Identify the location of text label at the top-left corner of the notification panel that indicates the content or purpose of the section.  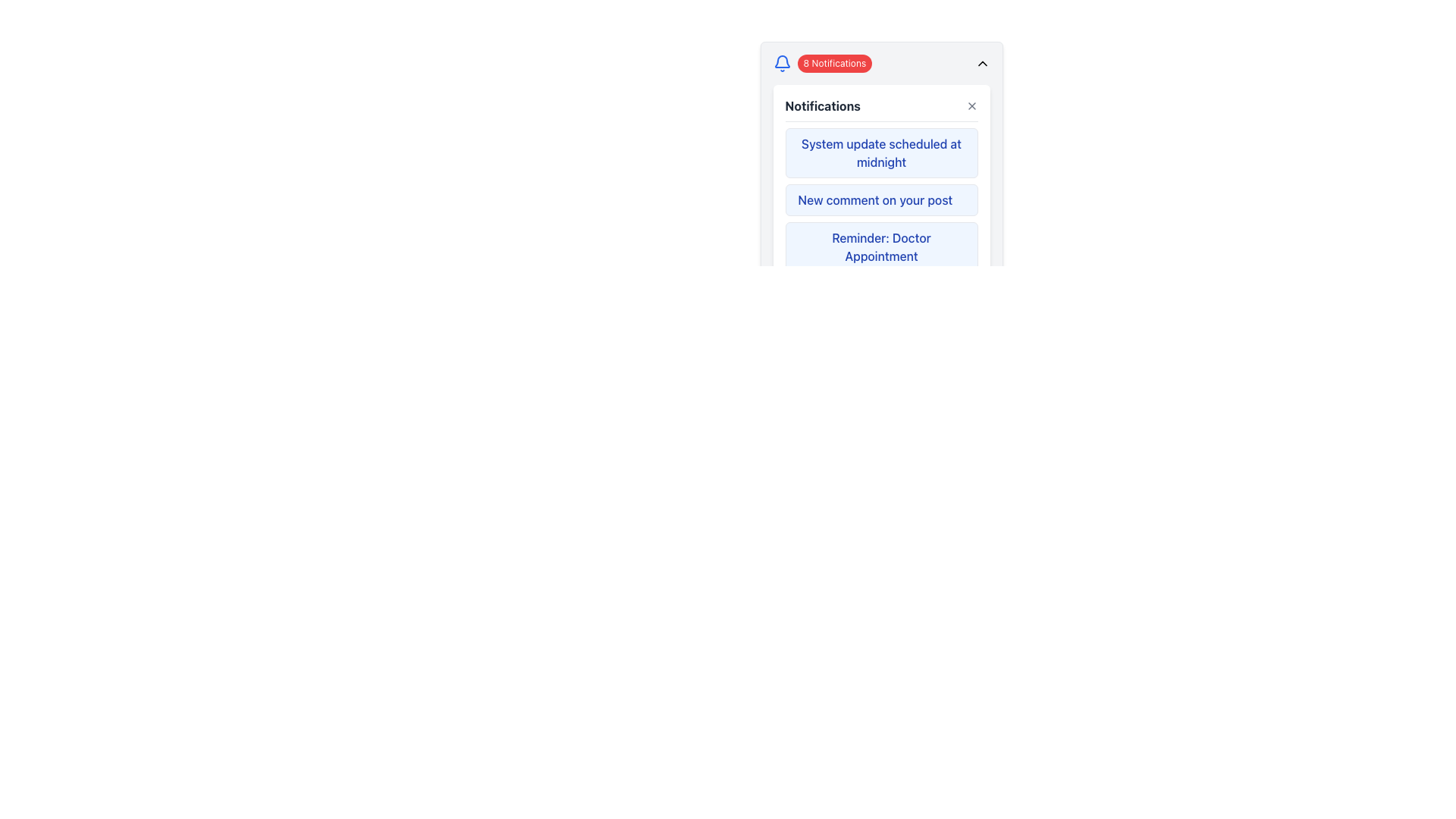
(822, 105).